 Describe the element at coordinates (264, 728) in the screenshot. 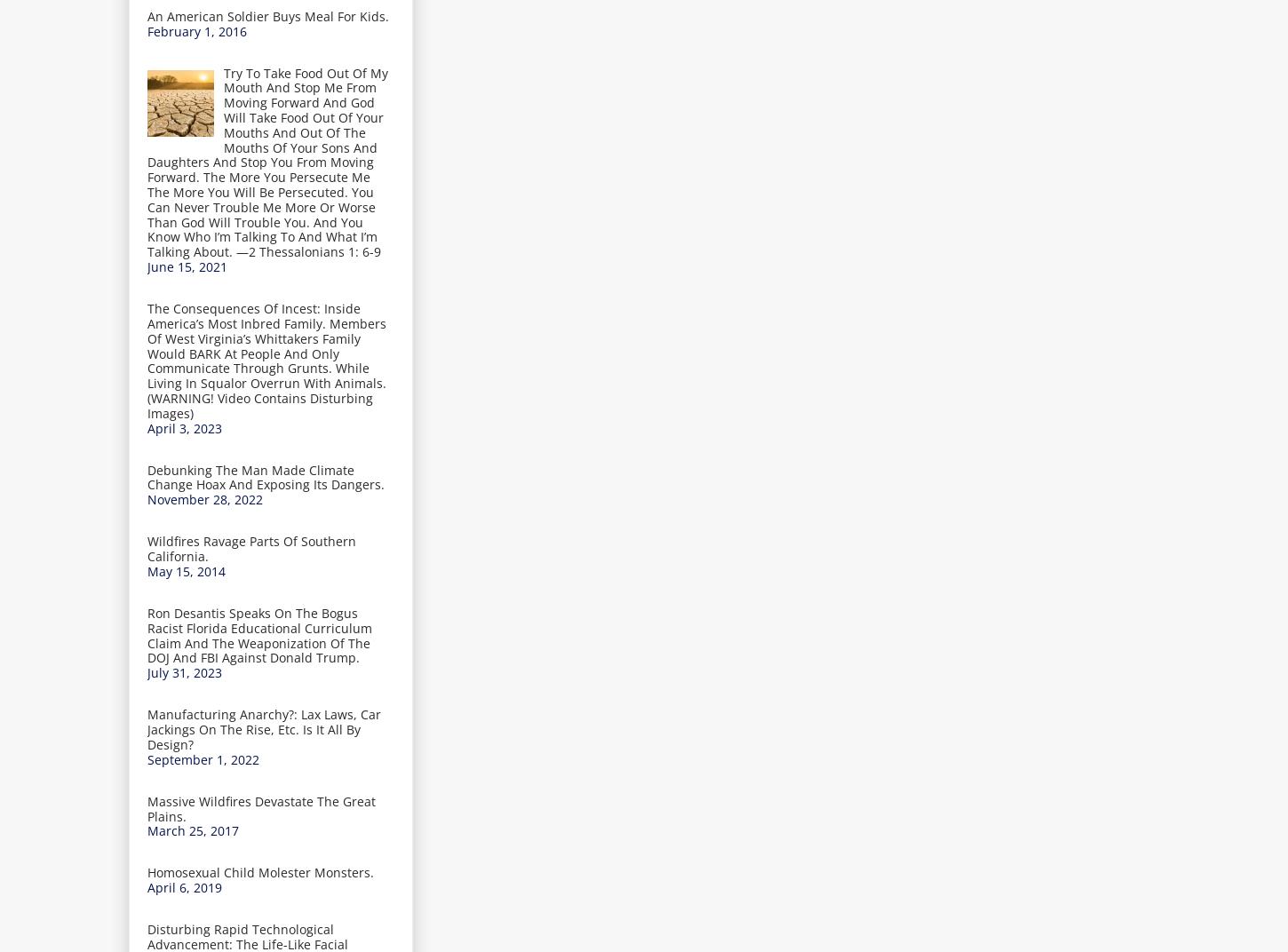

I see `'Manufacturing Anarchy?: Lax Laws, Car Jackings On The Rise, Etc. Is It All By Design?'` at that location.